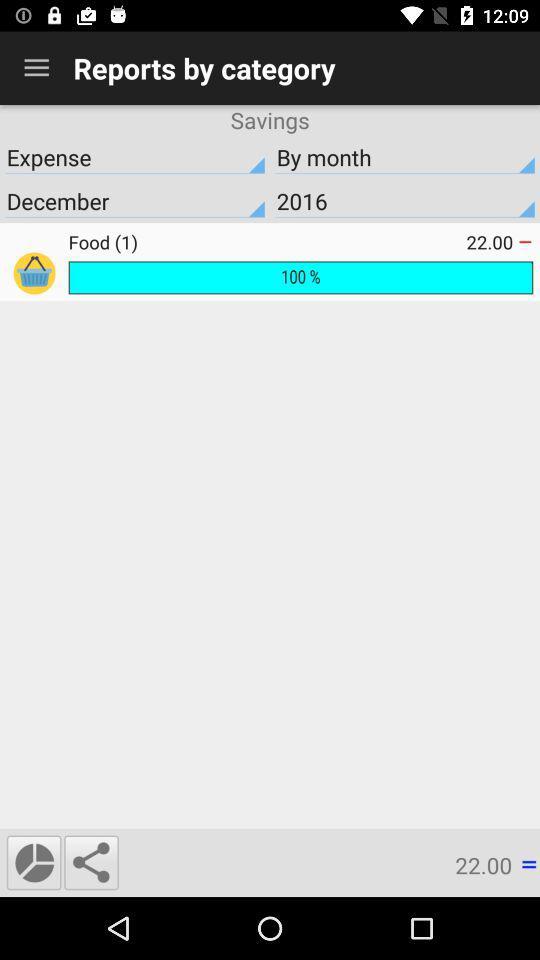 The height and width of the screenshot is (960, 540). What do you see at coordinates (299, 276) in the screenshot?
I see `icon below food (1) icon` at bounding box center [299, 276].